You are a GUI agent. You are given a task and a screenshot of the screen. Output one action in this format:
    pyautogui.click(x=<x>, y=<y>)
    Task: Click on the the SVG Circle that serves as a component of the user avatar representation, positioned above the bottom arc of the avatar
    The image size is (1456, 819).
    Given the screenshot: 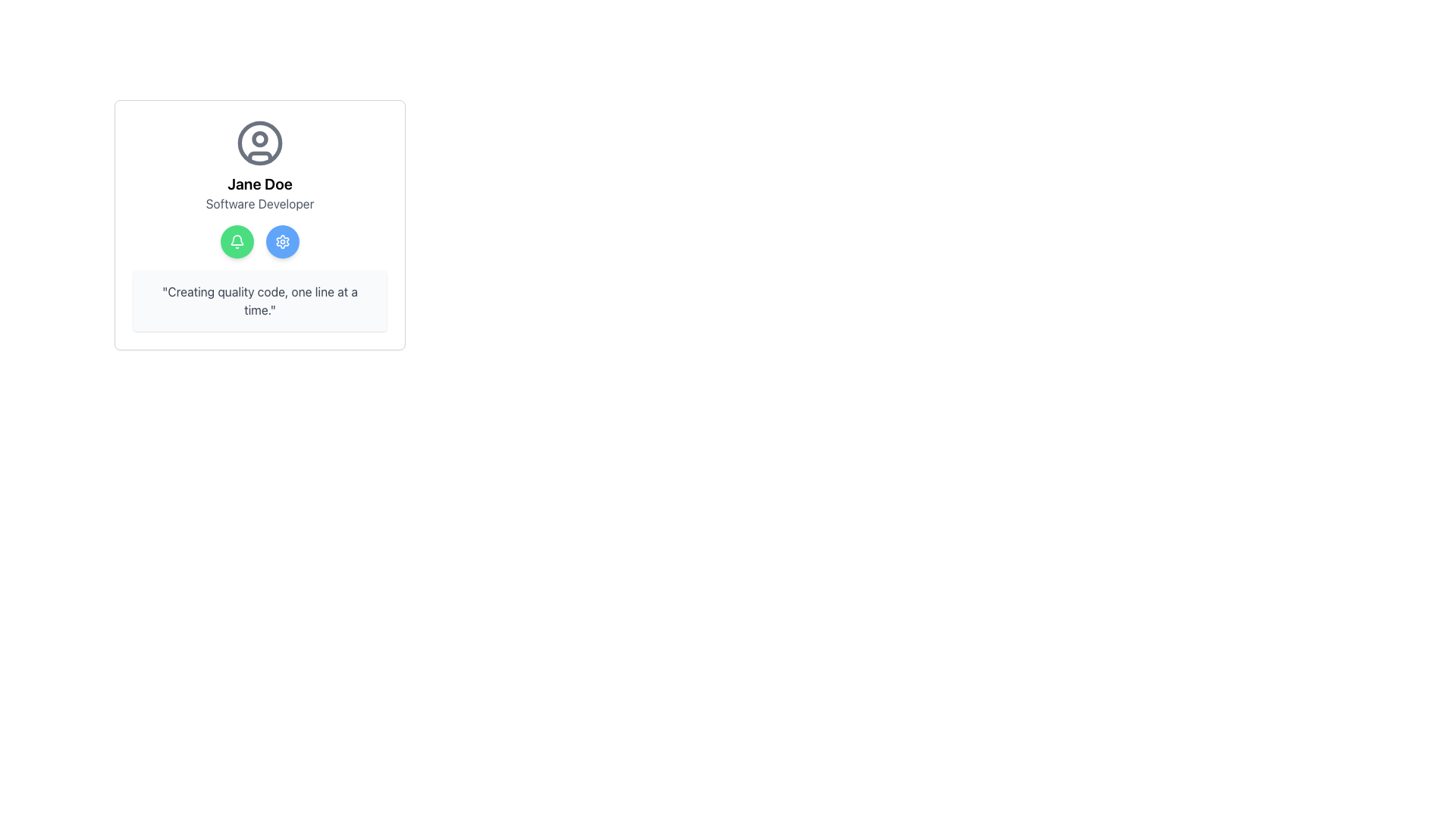 What is the action you would take?
    pyautogui.click(x=259, y=138)
    